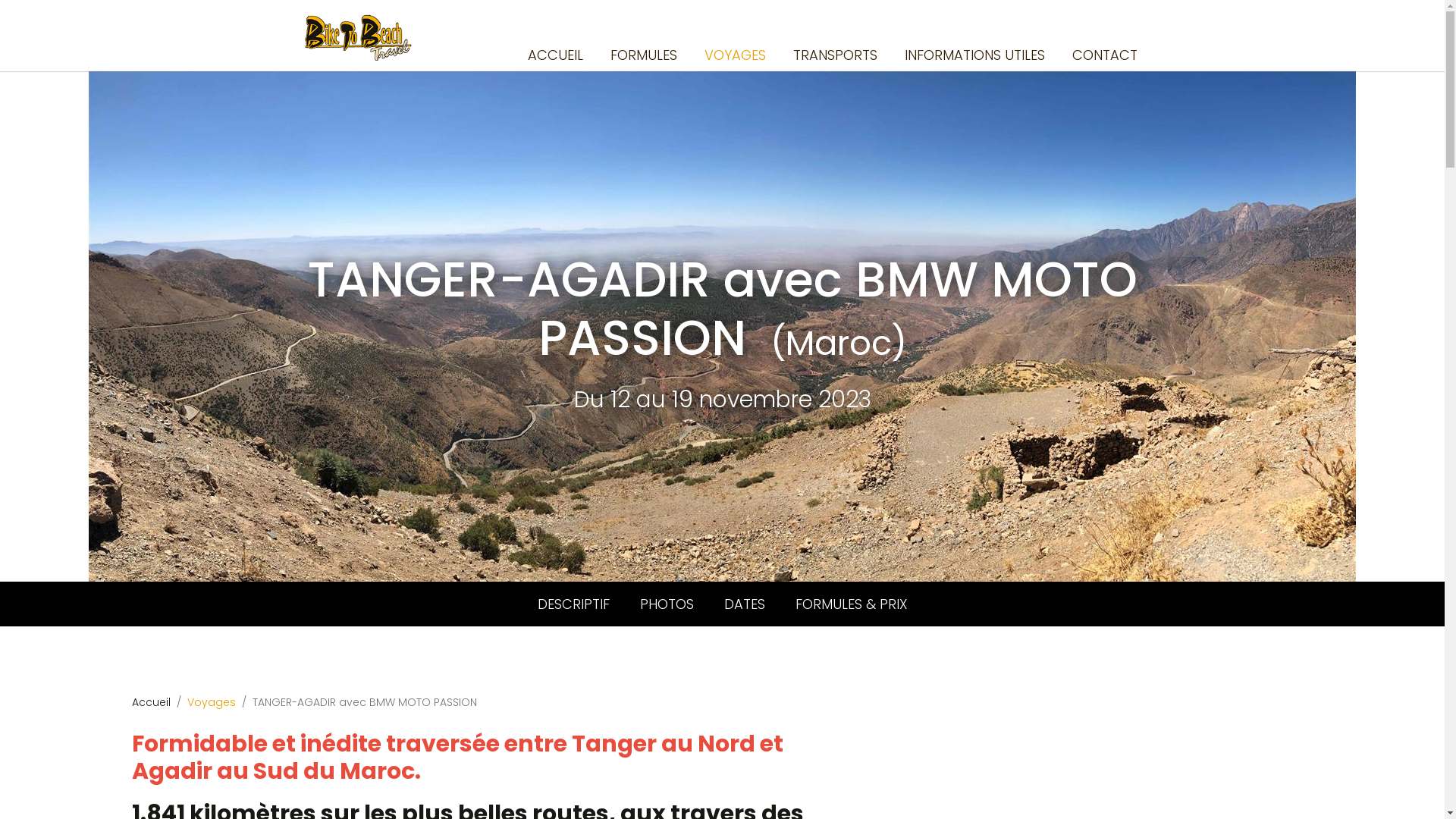 The height and width of the screenshot is (819, 1456). What do you see at coordinates (643, 54) in the screenshot?
I see `'FORMULES'` at bounding box center [643, 54].